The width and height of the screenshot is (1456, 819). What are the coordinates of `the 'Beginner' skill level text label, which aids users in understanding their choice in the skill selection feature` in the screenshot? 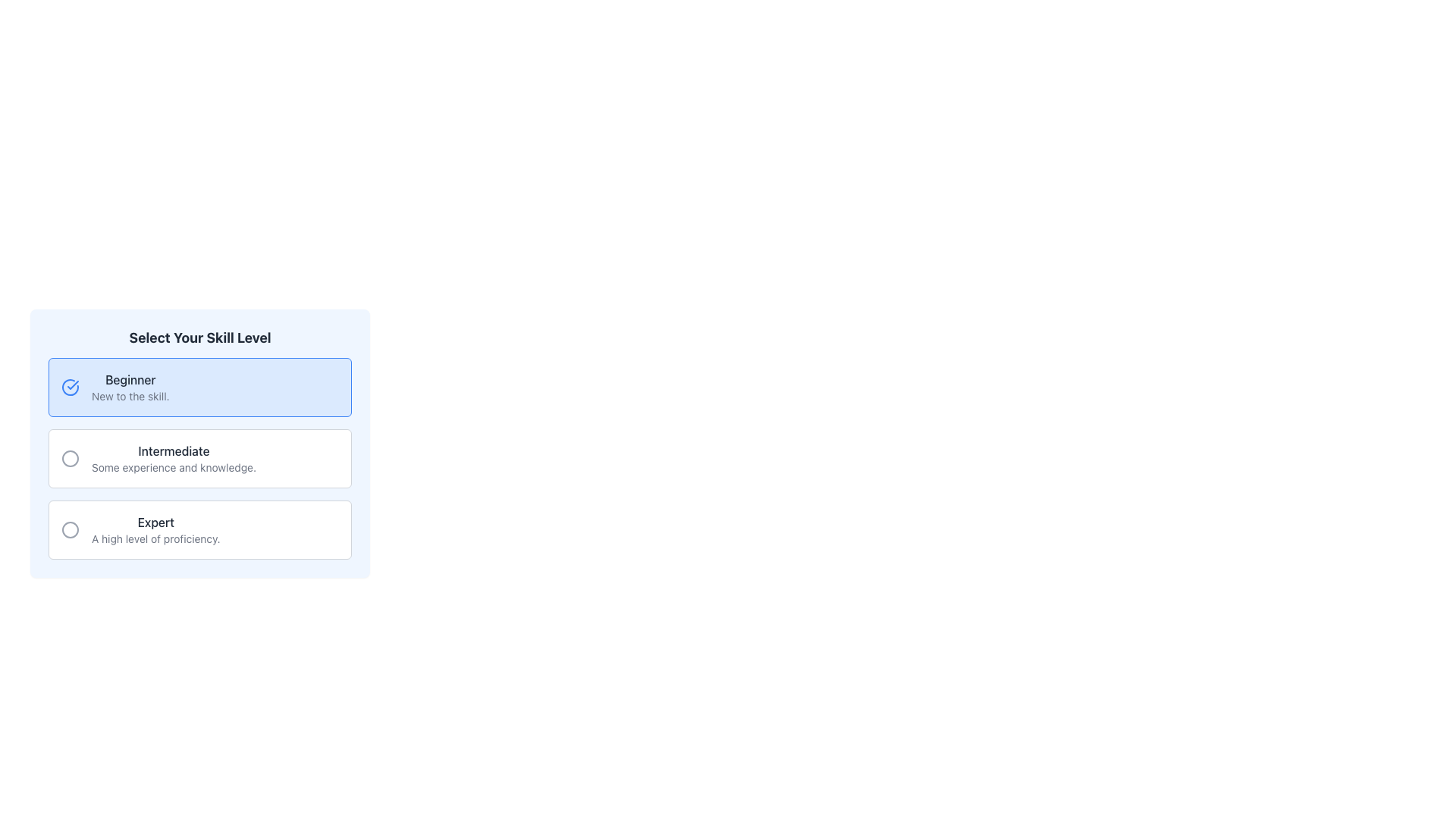 It's located at (130, 379).